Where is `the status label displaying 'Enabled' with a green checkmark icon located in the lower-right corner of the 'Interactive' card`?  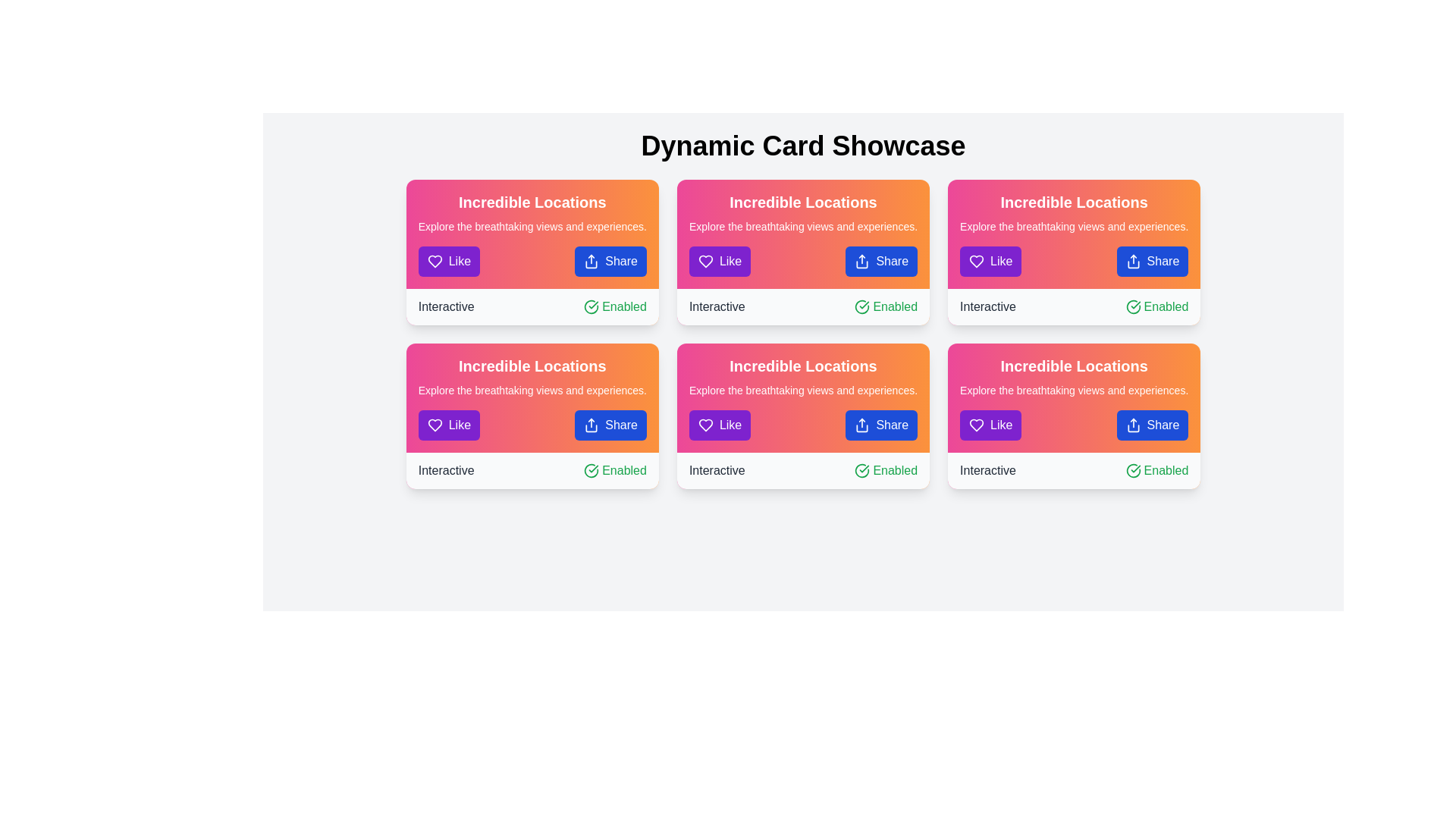
the status label displaying 'Enabled' with a green checkmark icon located in the lower-right corner of the 'Interactive' card is located at coordinates (1156, 470).